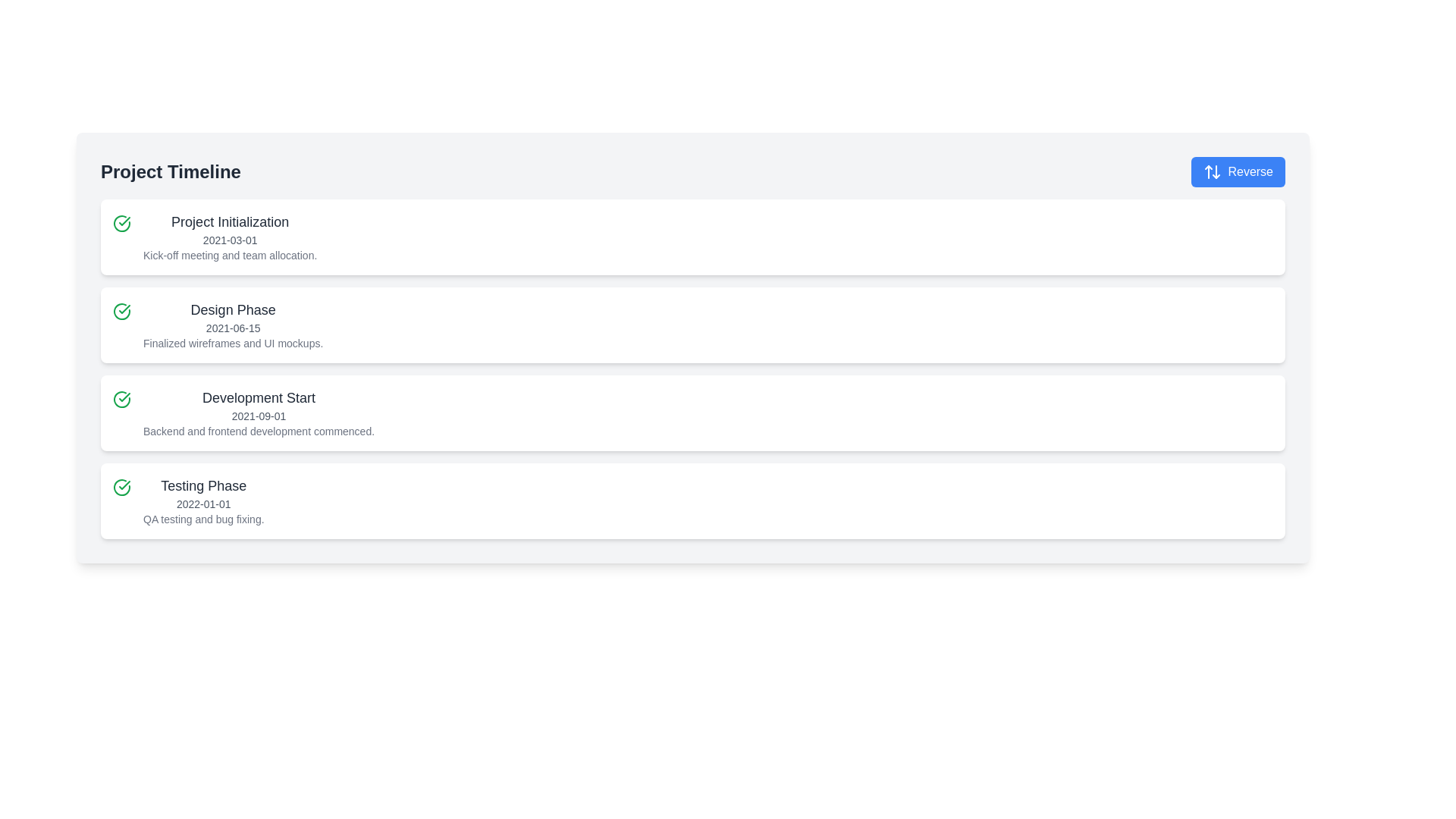  I want to click on the Text Label that represents the date associated with the 'Design Phase' milestone in the timeline, located below the 'Design Phase' title and above the description text, so click(232, 327).